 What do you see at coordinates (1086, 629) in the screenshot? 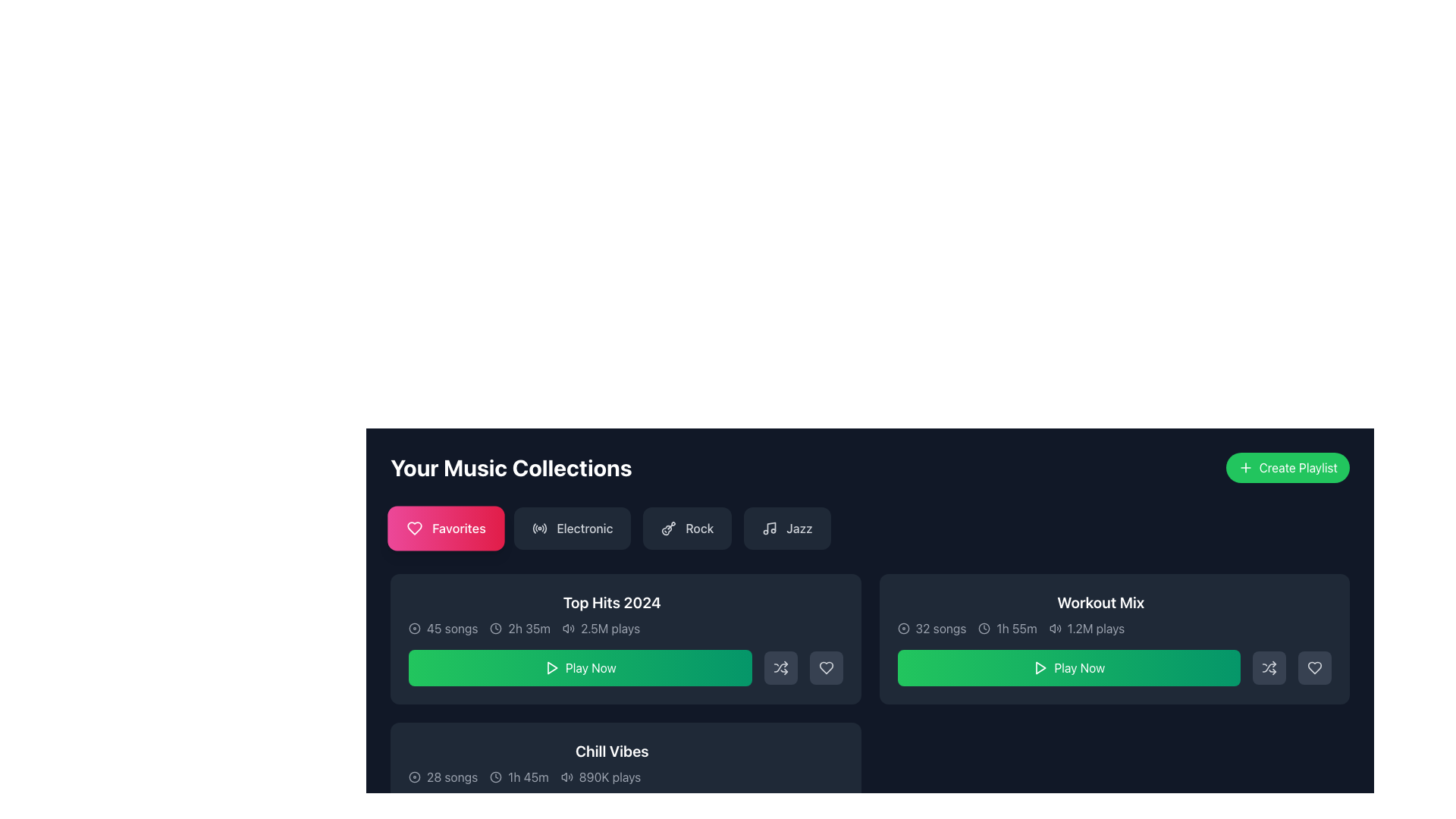
I see `the text block displaying '1.2M plays' accompanied by an audio icon, located at the bottom right section of the 'Workout Mix' collection` at bounding box center [1086, 629].